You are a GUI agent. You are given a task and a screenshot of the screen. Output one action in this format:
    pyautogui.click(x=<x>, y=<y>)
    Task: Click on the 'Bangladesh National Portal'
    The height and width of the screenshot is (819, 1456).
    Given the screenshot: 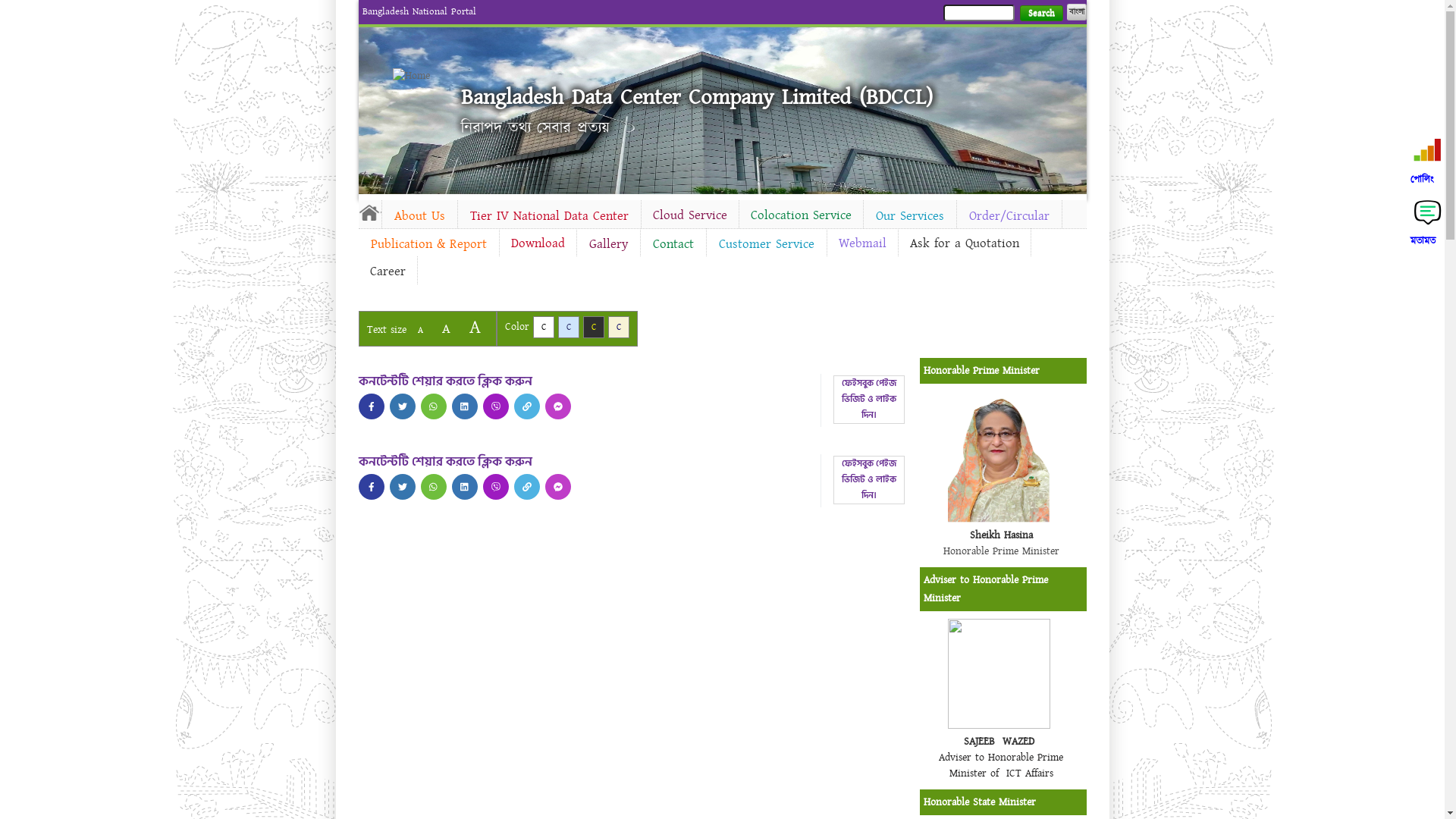 What is the action you would take?
    pyautogui.click(x=419, y=11)
    